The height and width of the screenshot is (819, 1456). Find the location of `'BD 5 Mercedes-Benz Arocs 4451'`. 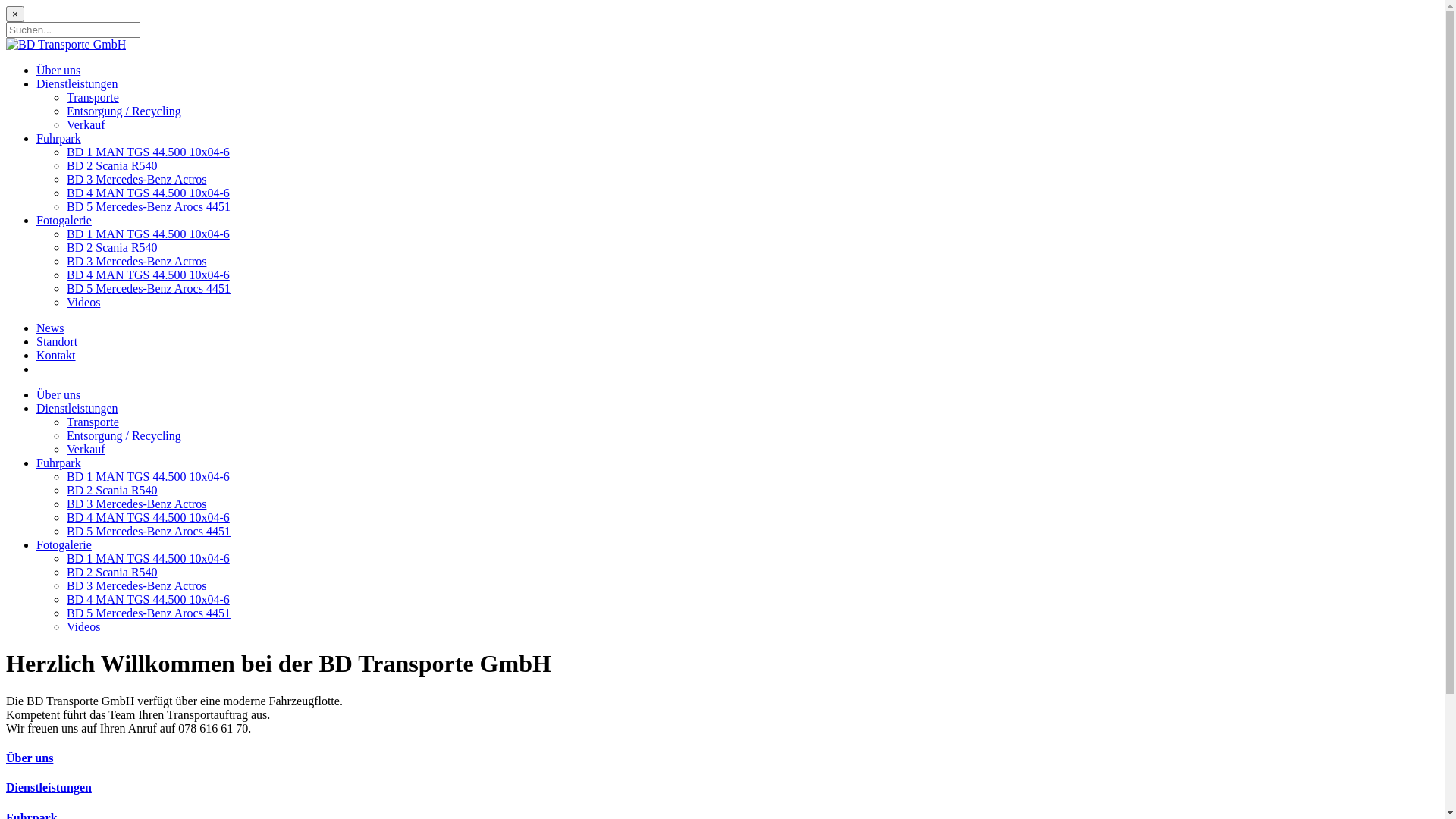

'BD 5 Mercedes-Benz Arocs 4451' is located at coordinates (149, 612).